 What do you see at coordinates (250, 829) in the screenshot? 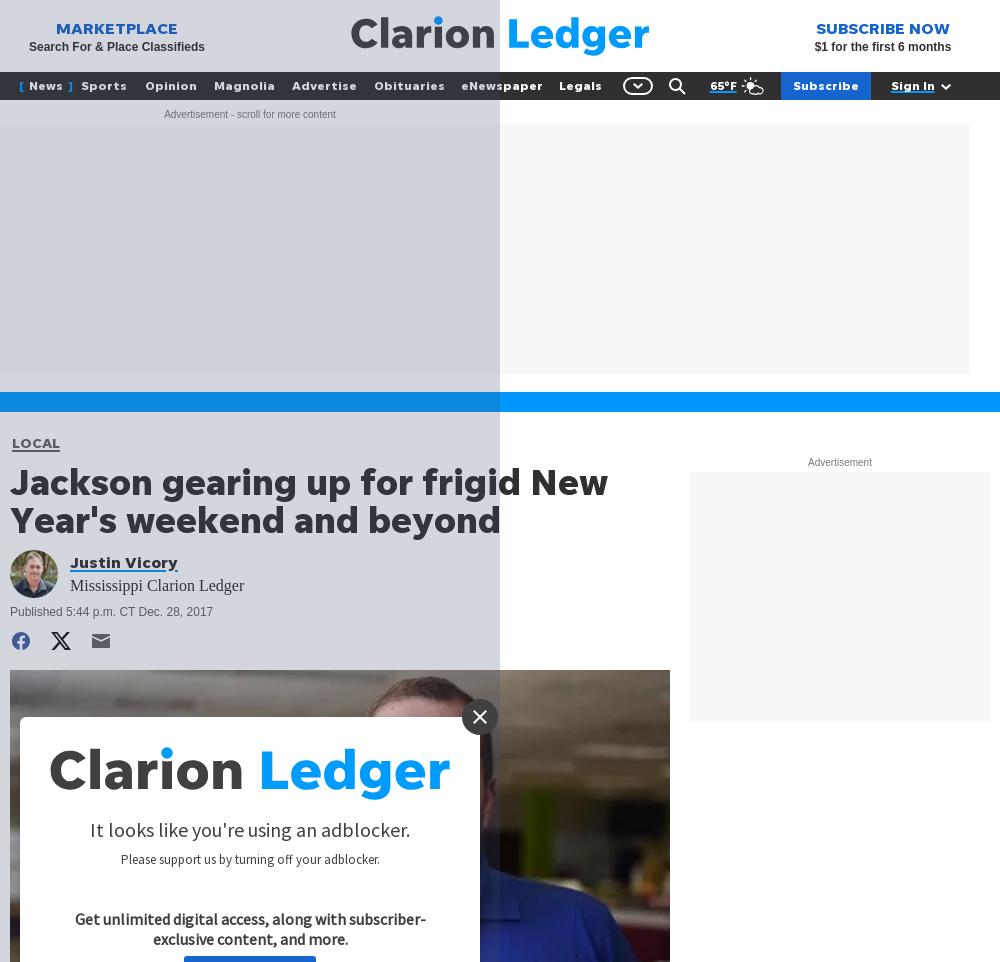
I see `'It looks like you're using an adblocker.'` at bounding box center [250, 829].